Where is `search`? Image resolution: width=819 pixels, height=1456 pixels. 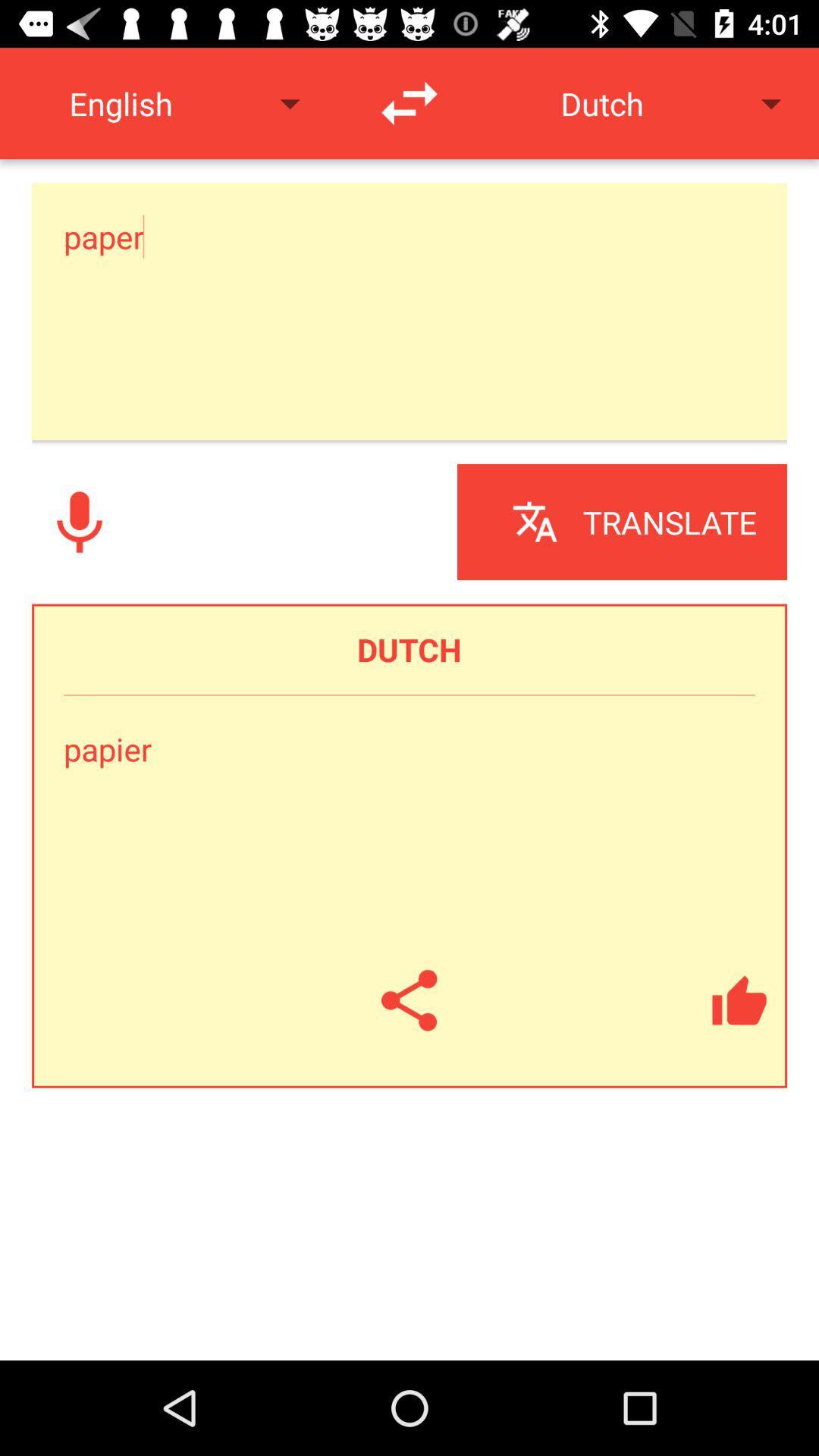 search is located at coordinates (79, 522).